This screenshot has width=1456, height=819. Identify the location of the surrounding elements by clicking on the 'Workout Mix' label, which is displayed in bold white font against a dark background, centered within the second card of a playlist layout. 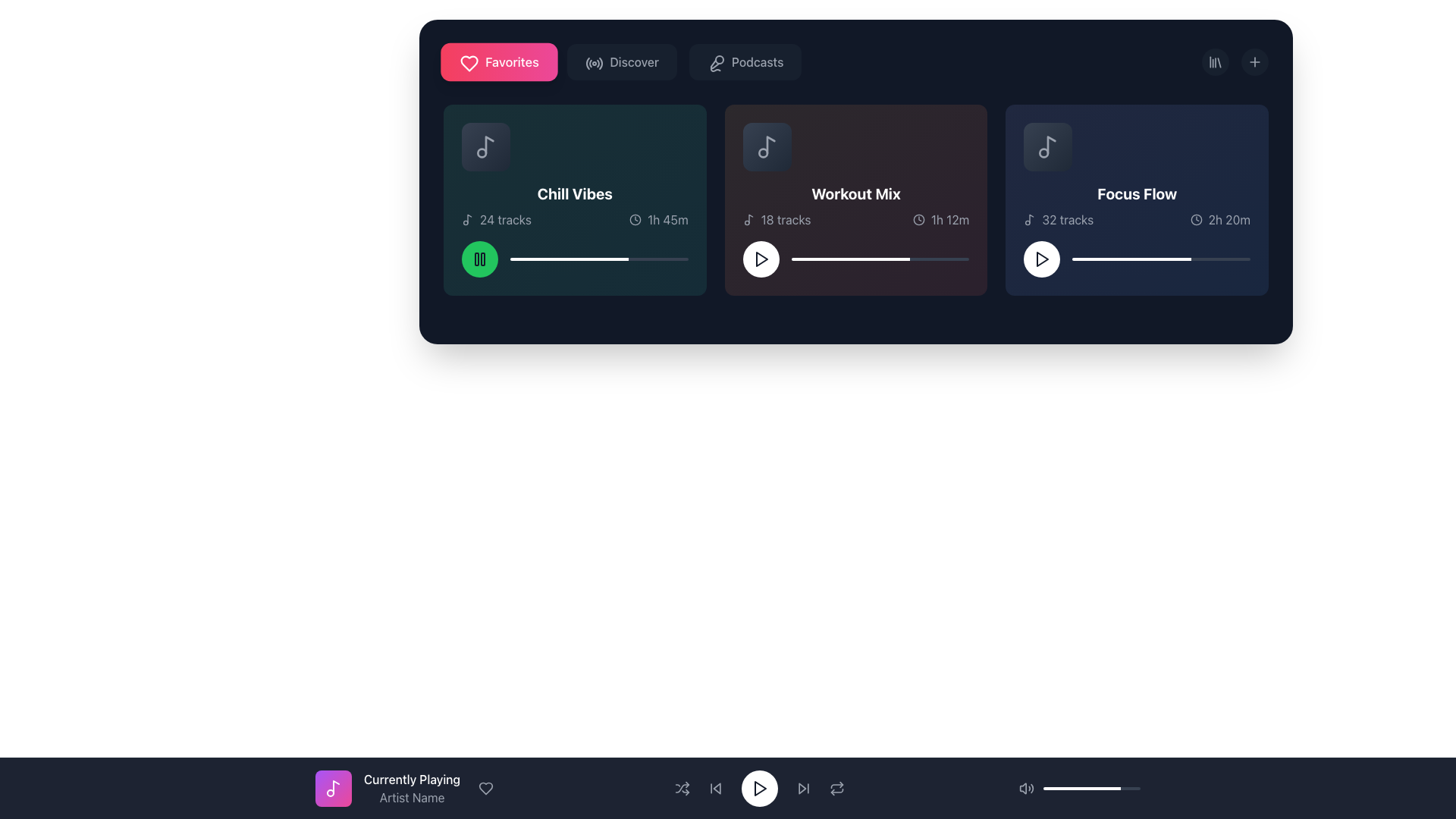
(855, 193).